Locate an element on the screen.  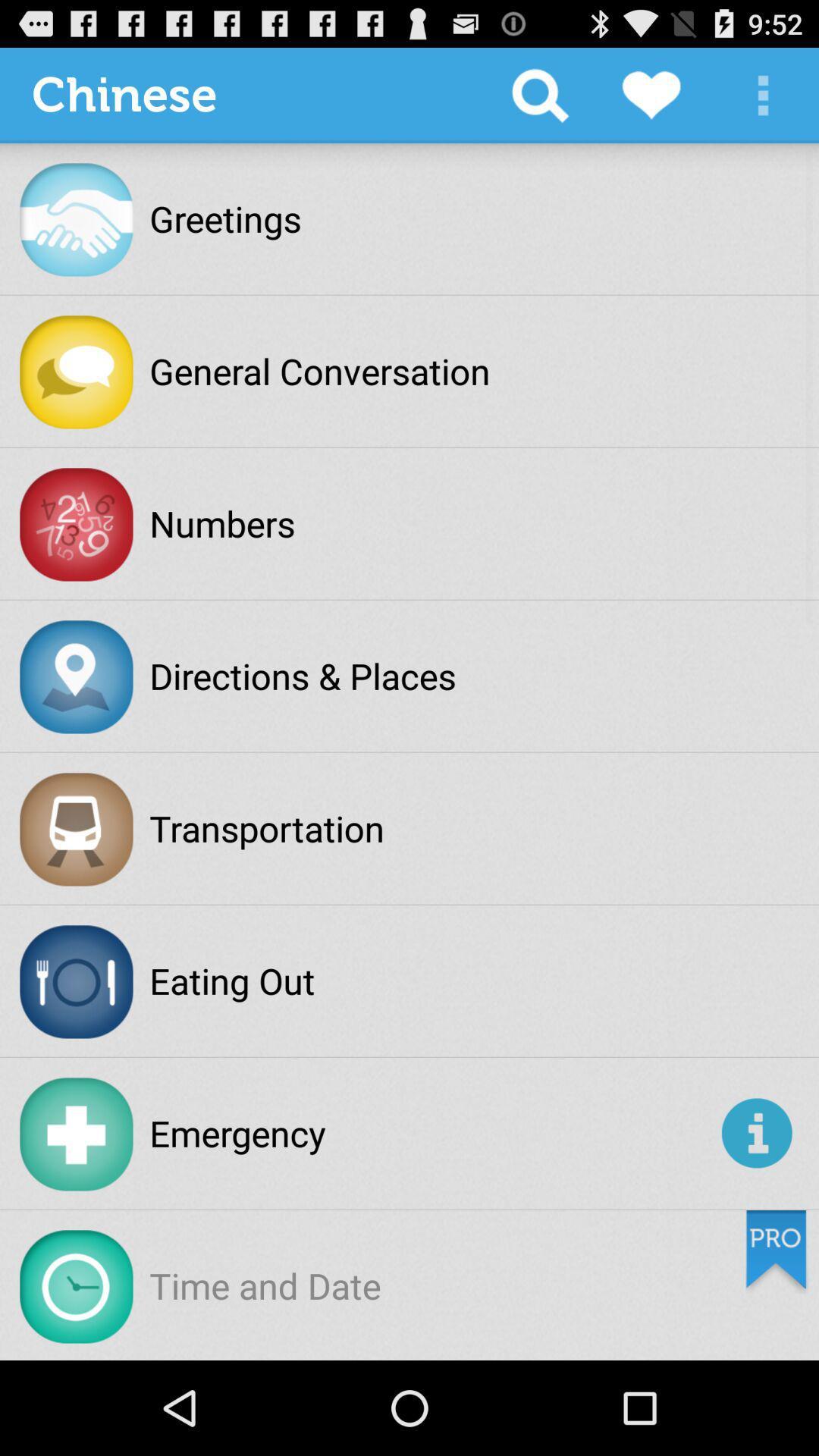
the transportation app is located at coordinates (266, 827).